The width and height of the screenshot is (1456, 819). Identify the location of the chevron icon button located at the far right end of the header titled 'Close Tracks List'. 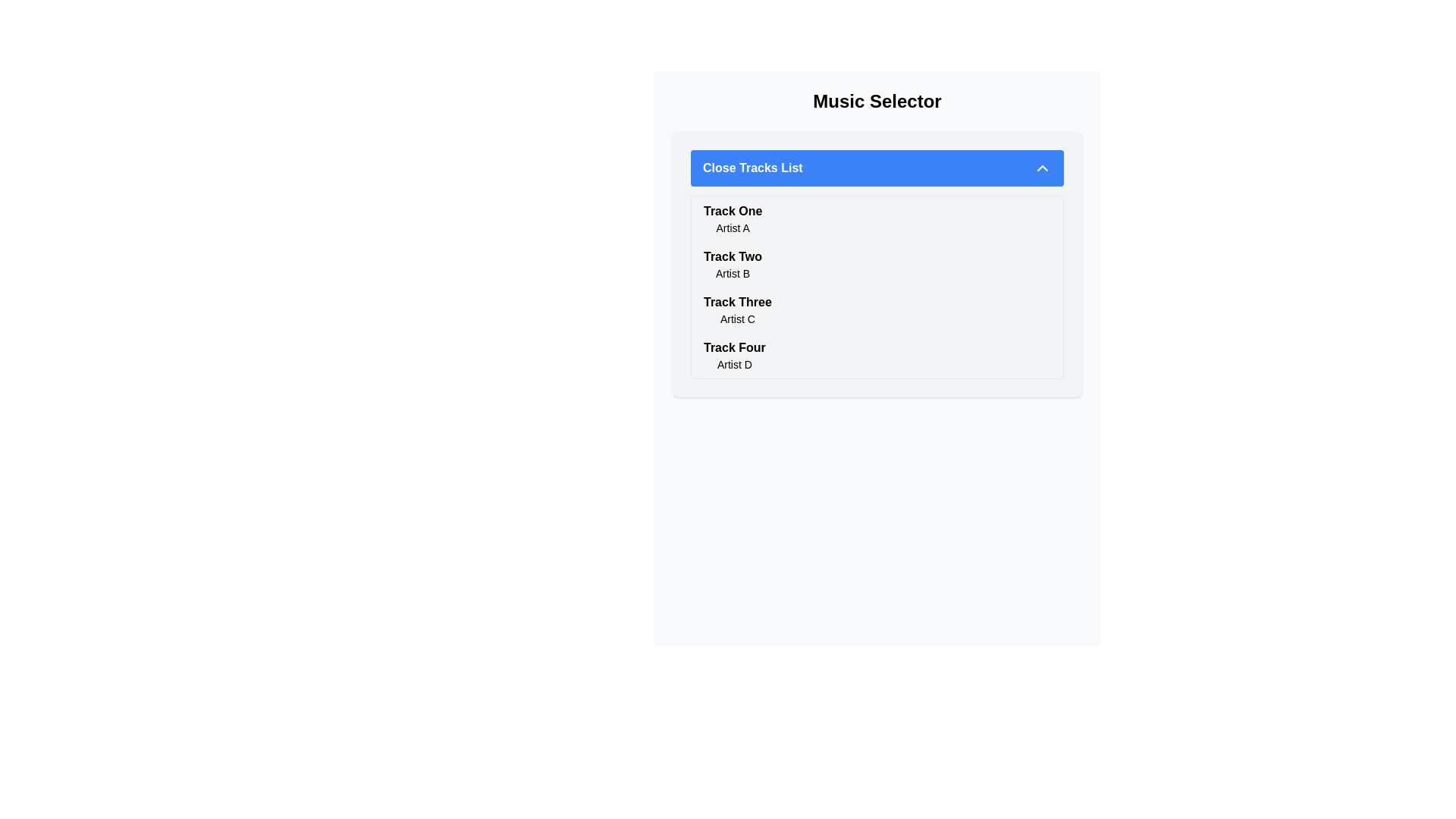
(1041, 168).